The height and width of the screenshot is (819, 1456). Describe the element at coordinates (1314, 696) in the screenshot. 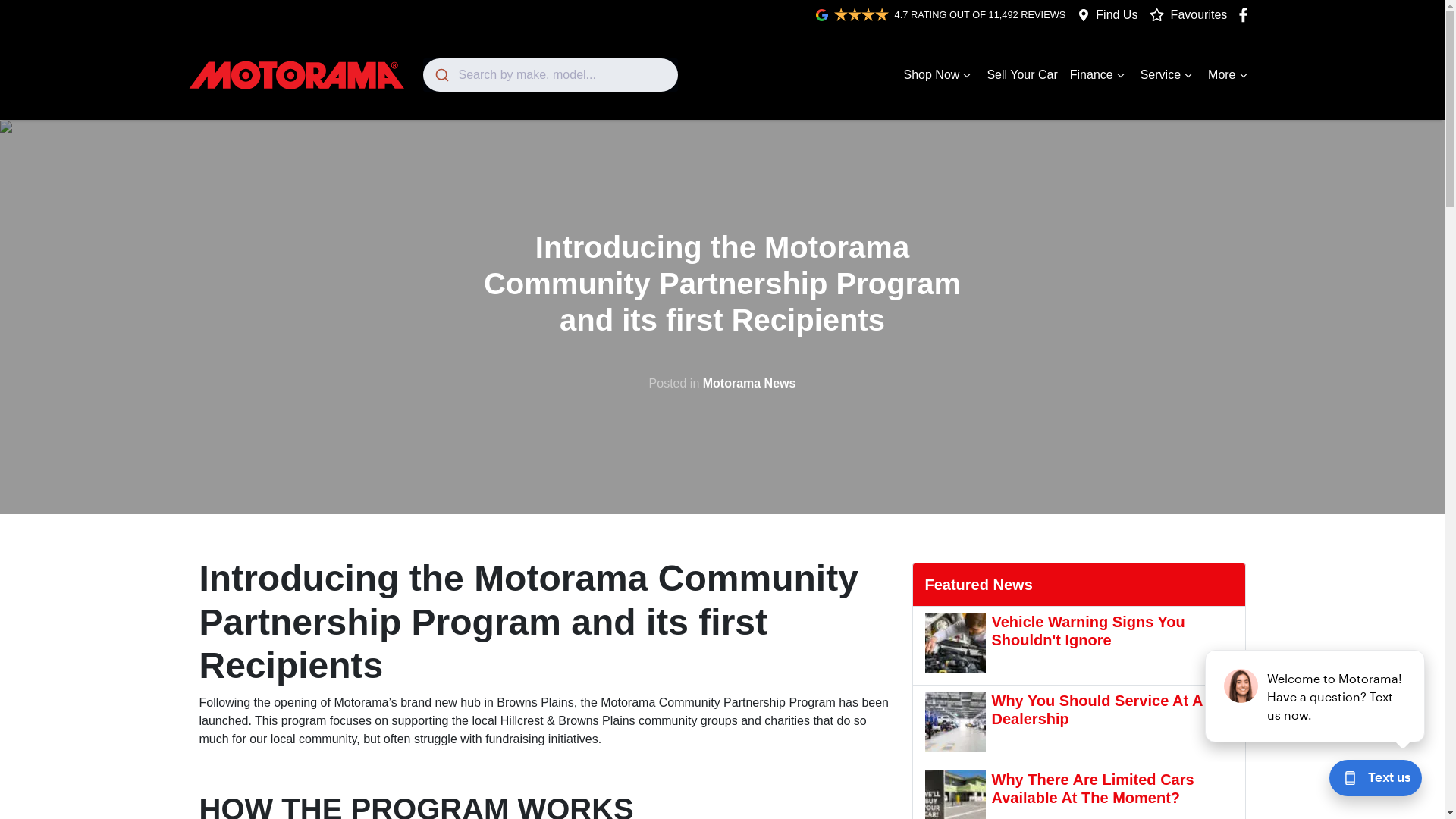

I see `'podium webchat widget prompt'` at that location.